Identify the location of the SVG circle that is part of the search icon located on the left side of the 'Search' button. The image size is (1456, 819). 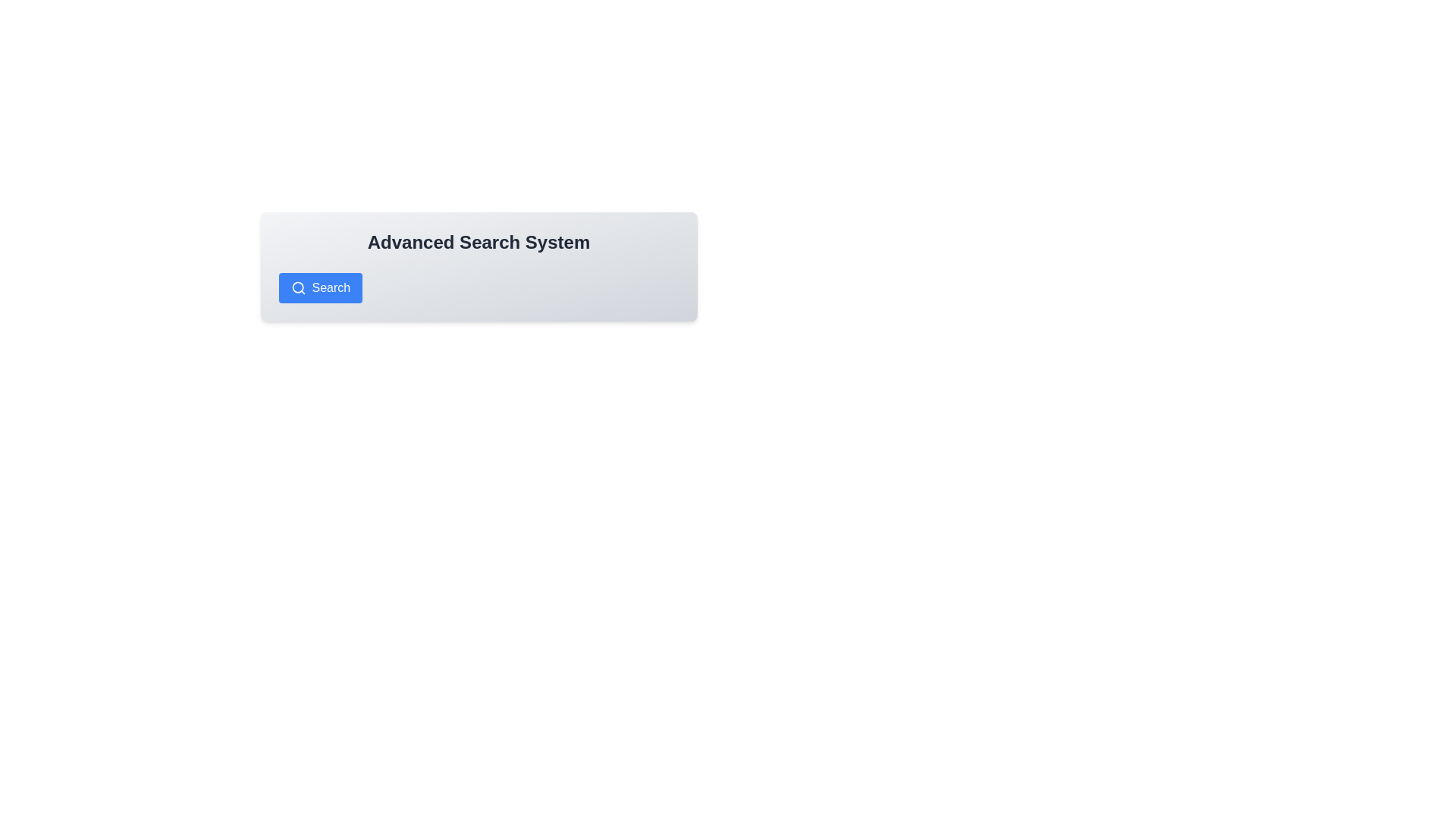
(297, 287).